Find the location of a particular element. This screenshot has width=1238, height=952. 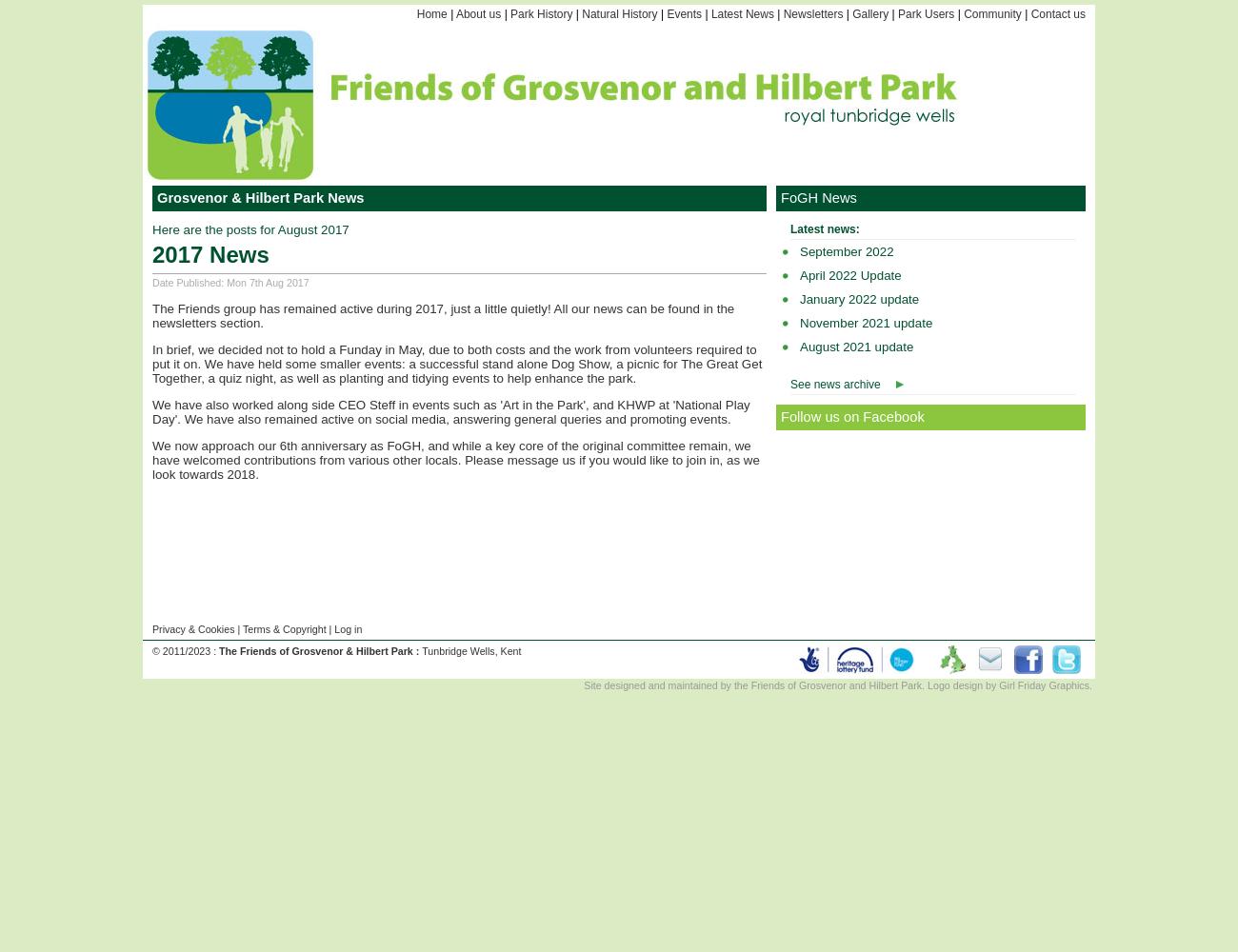

'Here are the posts for August 2017' is located at coordinates (249, 228).